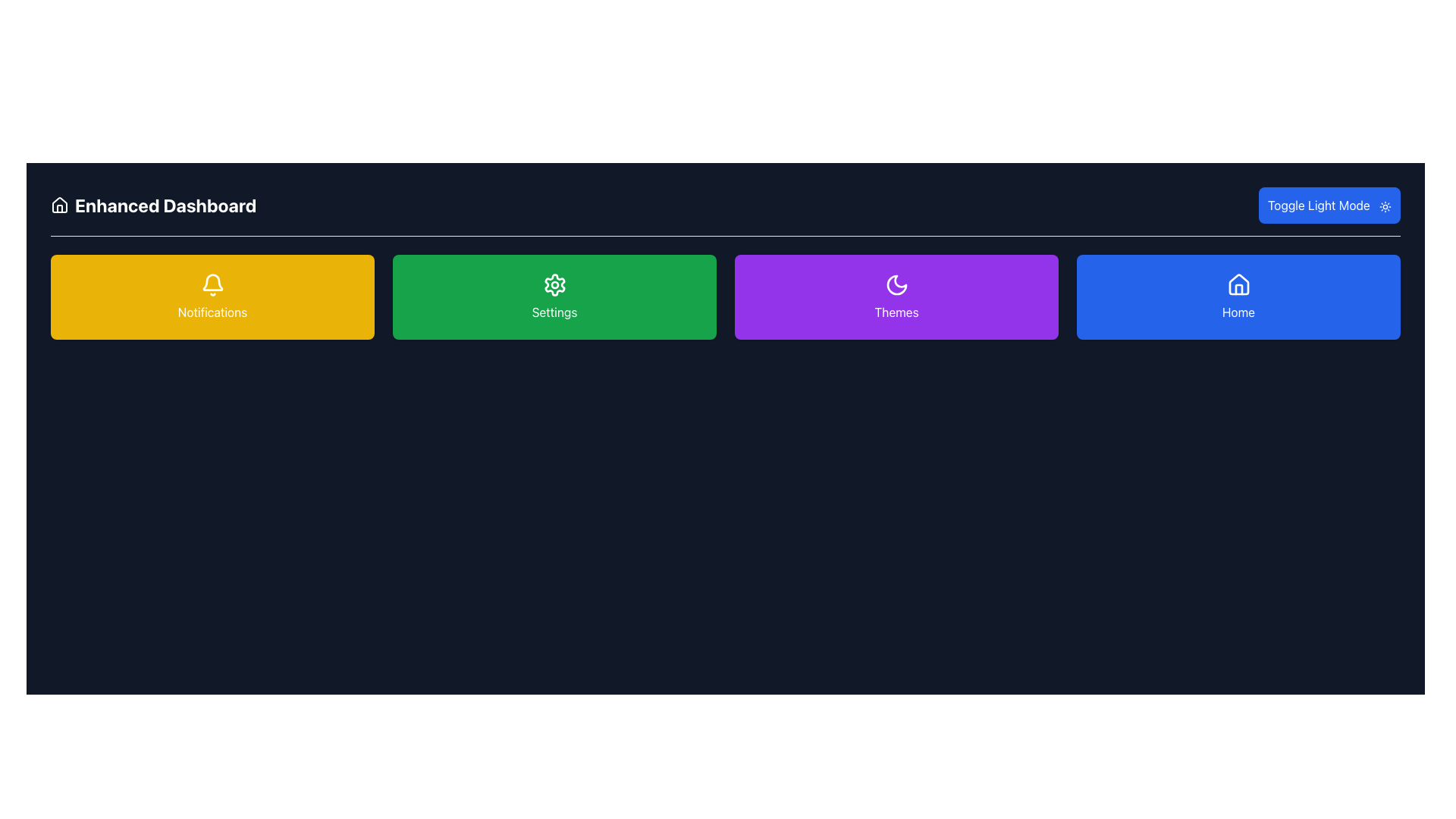  What do you see at coordinates (212, 284) in the screenshot?
I see `the bell-shaped icon inside the yellow 'Notifications' panel for more information` at bounding box center [212, 284].